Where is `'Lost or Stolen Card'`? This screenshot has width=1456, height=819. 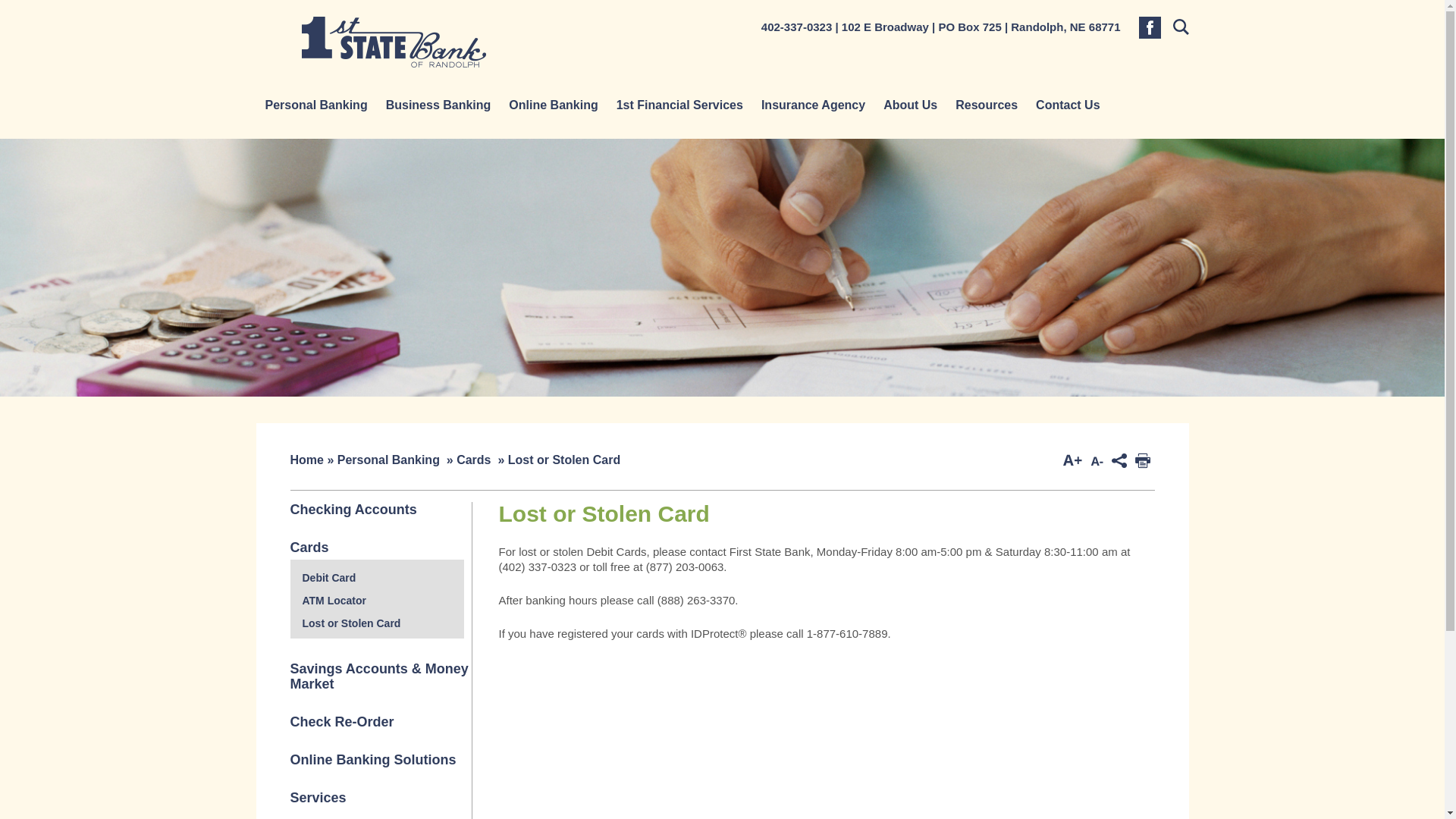
'Lost or Stolen Card' is located at coordinates (350, 623).